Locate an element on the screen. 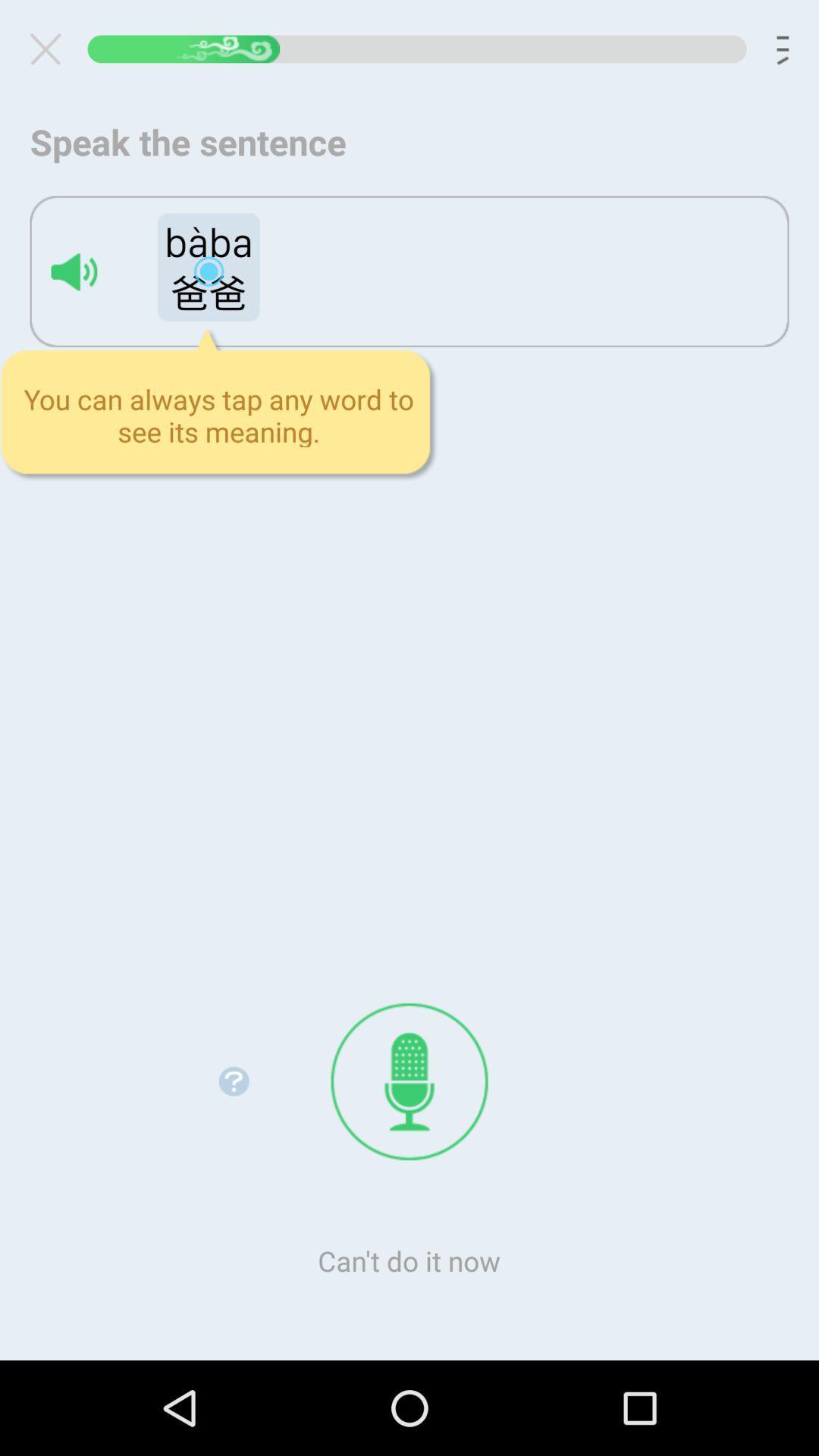 Image resolution: width=819 pixels, height=1456 pixels. microphone is located at coordinates (409, 1081).